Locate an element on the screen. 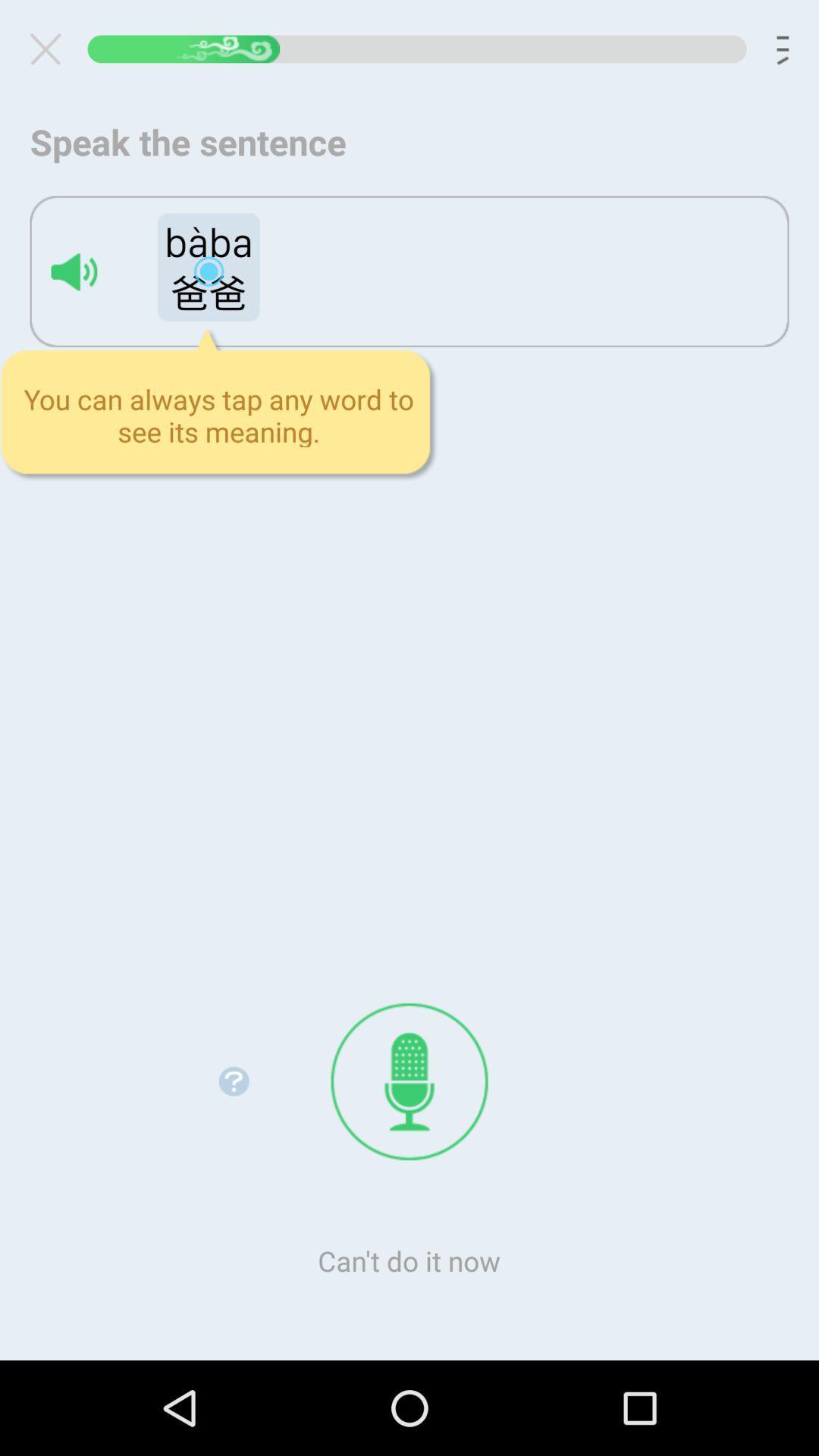 Image resolution: width=819 pixels, height=1456 pixels. microphone is located at coordinates (409, 1081).